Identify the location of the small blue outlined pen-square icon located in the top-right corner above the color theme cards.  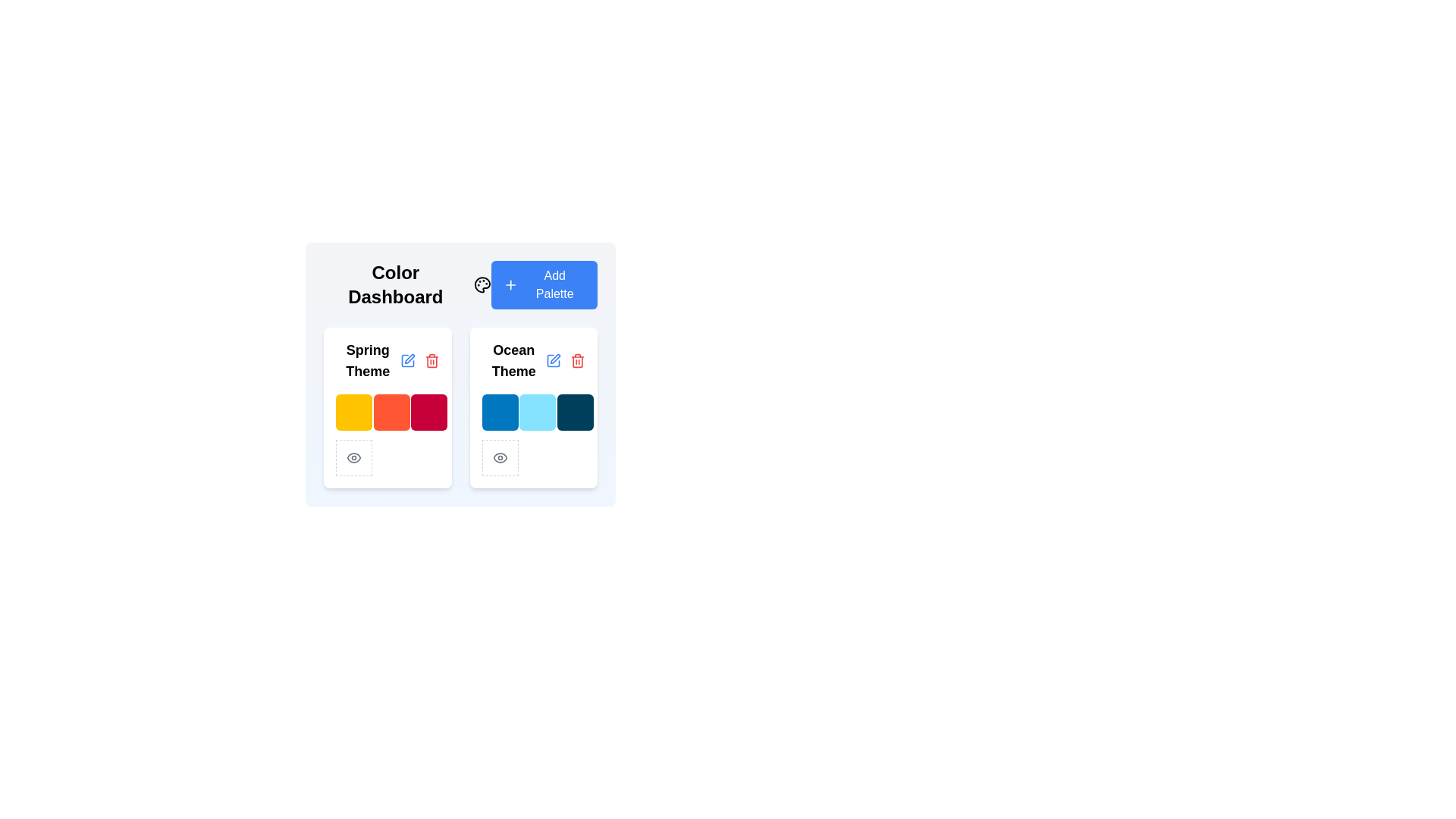
(554, 359).